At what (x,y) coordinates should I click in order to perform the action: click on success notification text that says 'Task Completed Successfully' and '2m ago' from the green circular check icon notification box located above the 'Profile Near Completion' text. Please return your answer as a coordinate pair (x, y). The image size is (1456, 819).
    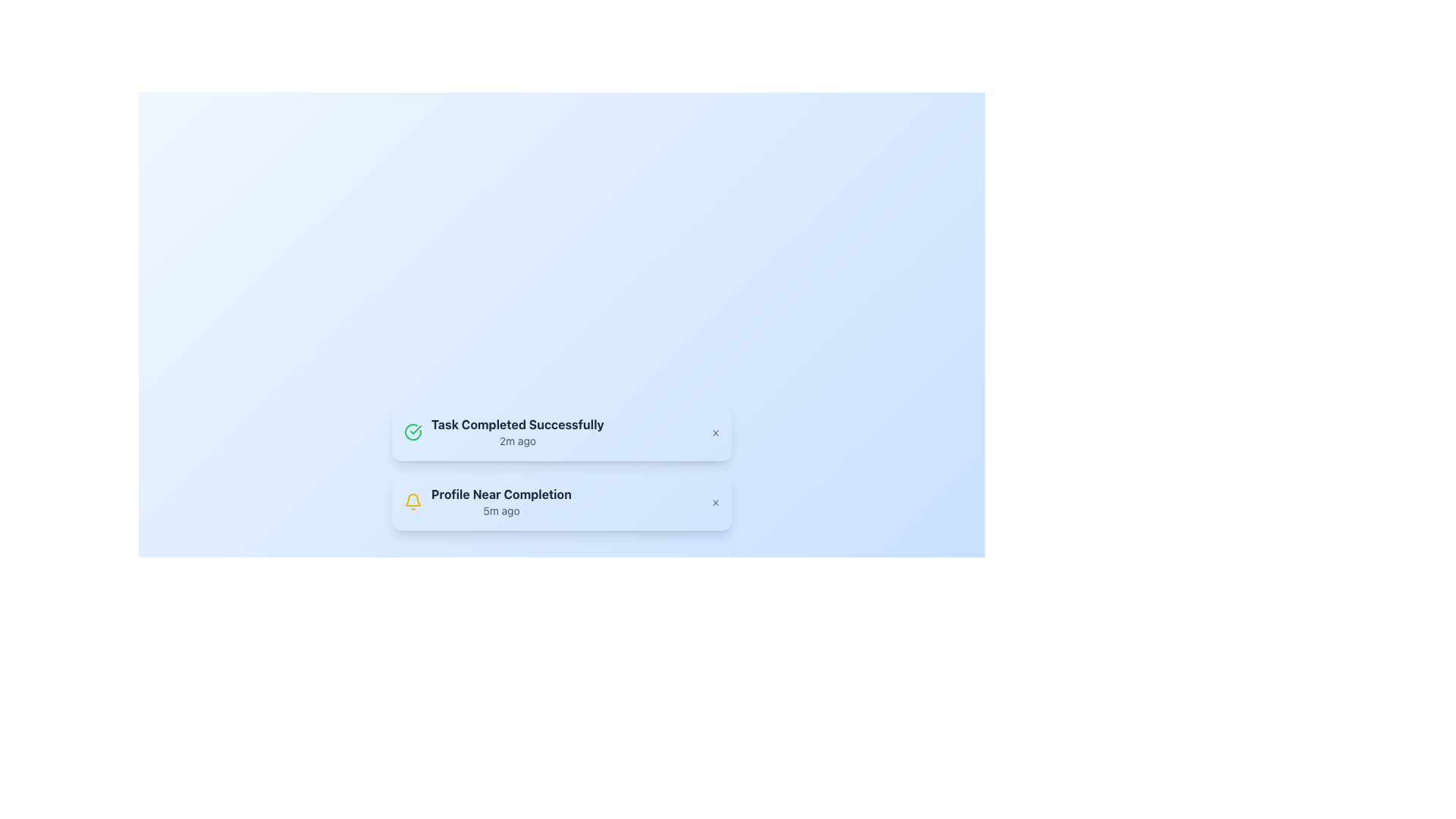
    Looking at the image, I should click on (504, 432).